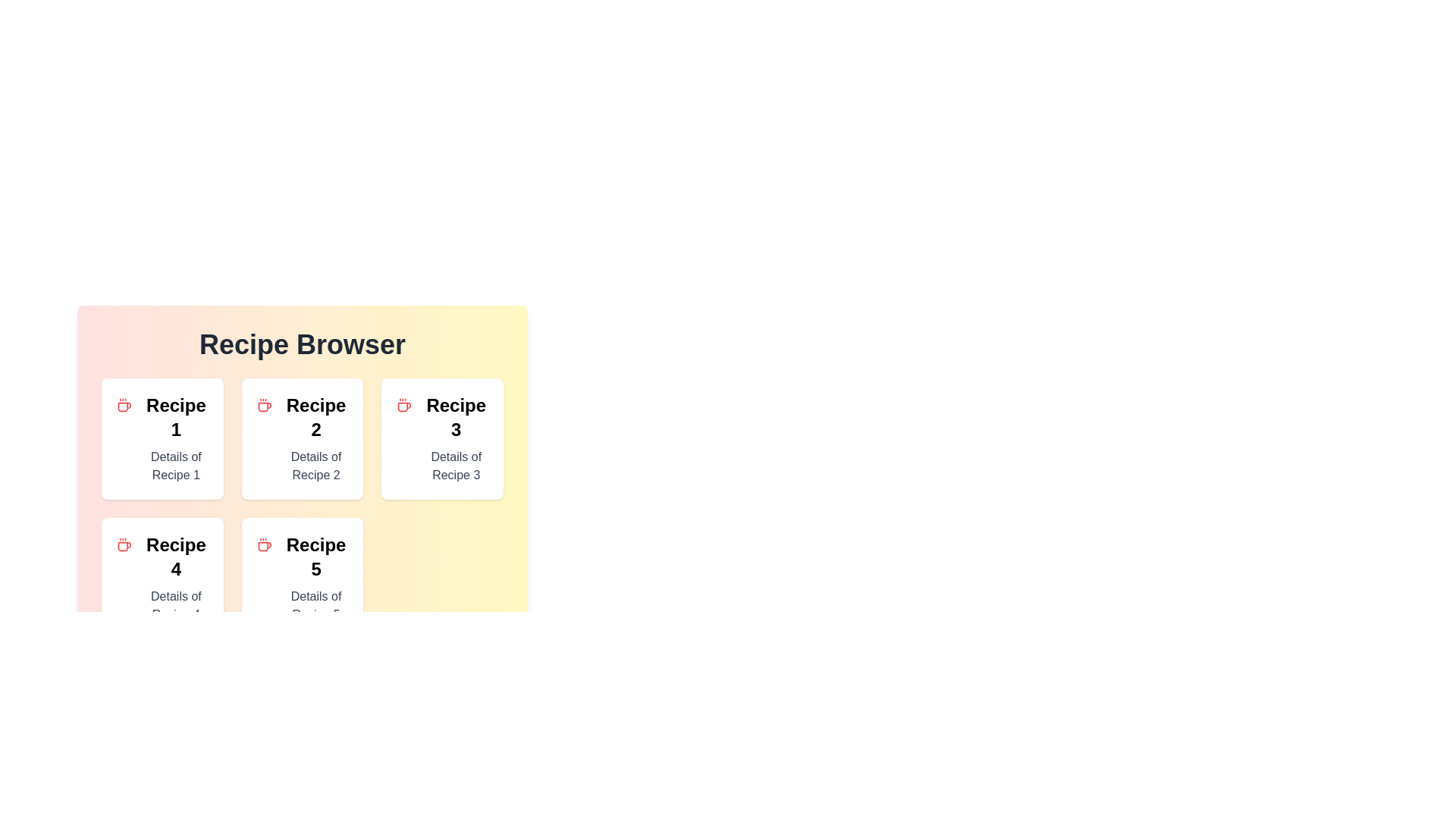 This screenshot has height=819, width=1456. I want to click on the text block displaying 'Details of Recipe 3', which is located below the title 'Recipe 3' in the third card of the grid layout in the 'Recipe Browser' section, so click(455, 465).